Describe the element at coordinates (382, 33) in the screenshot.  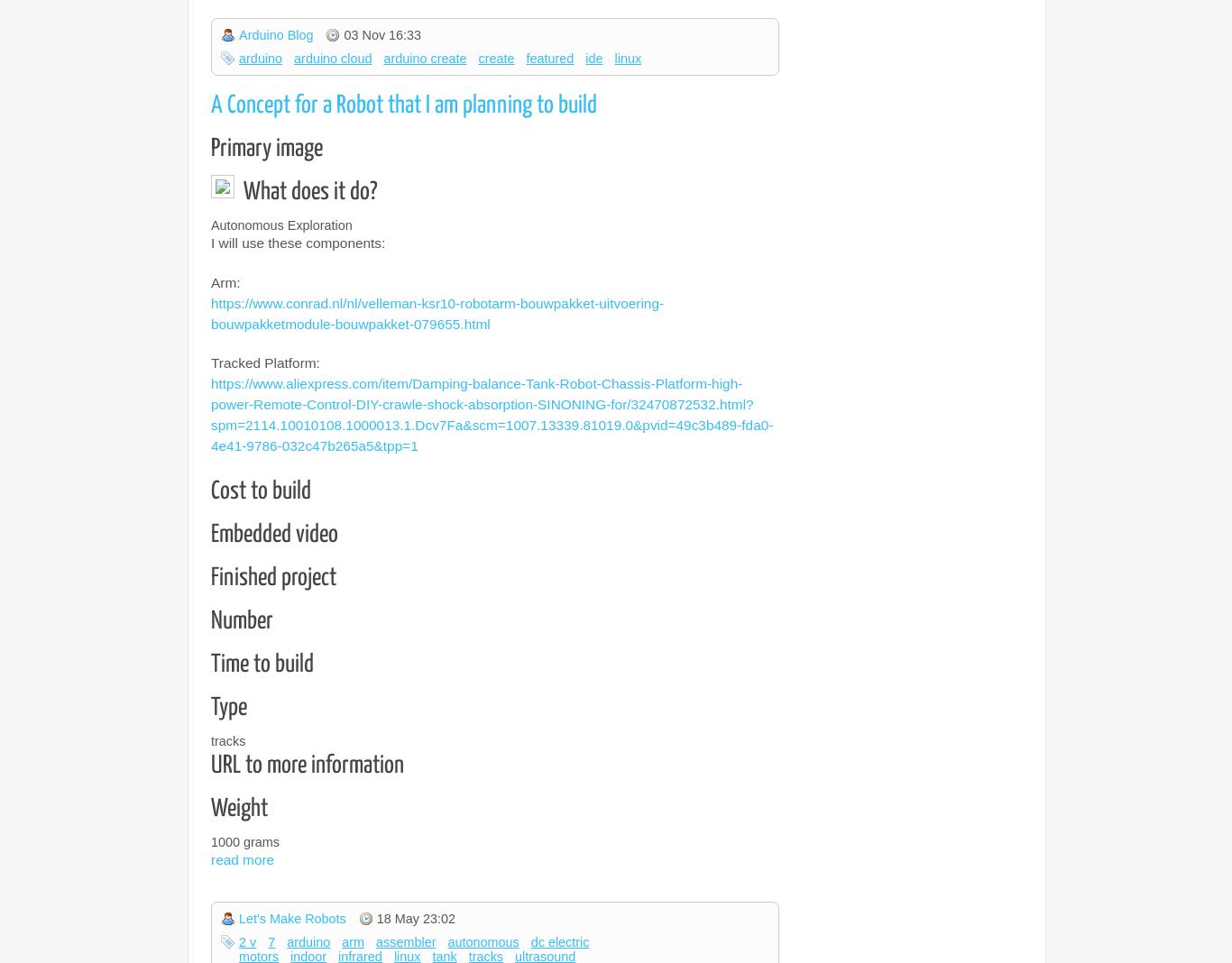
I see `'03 Nov 16:33'` at that location.